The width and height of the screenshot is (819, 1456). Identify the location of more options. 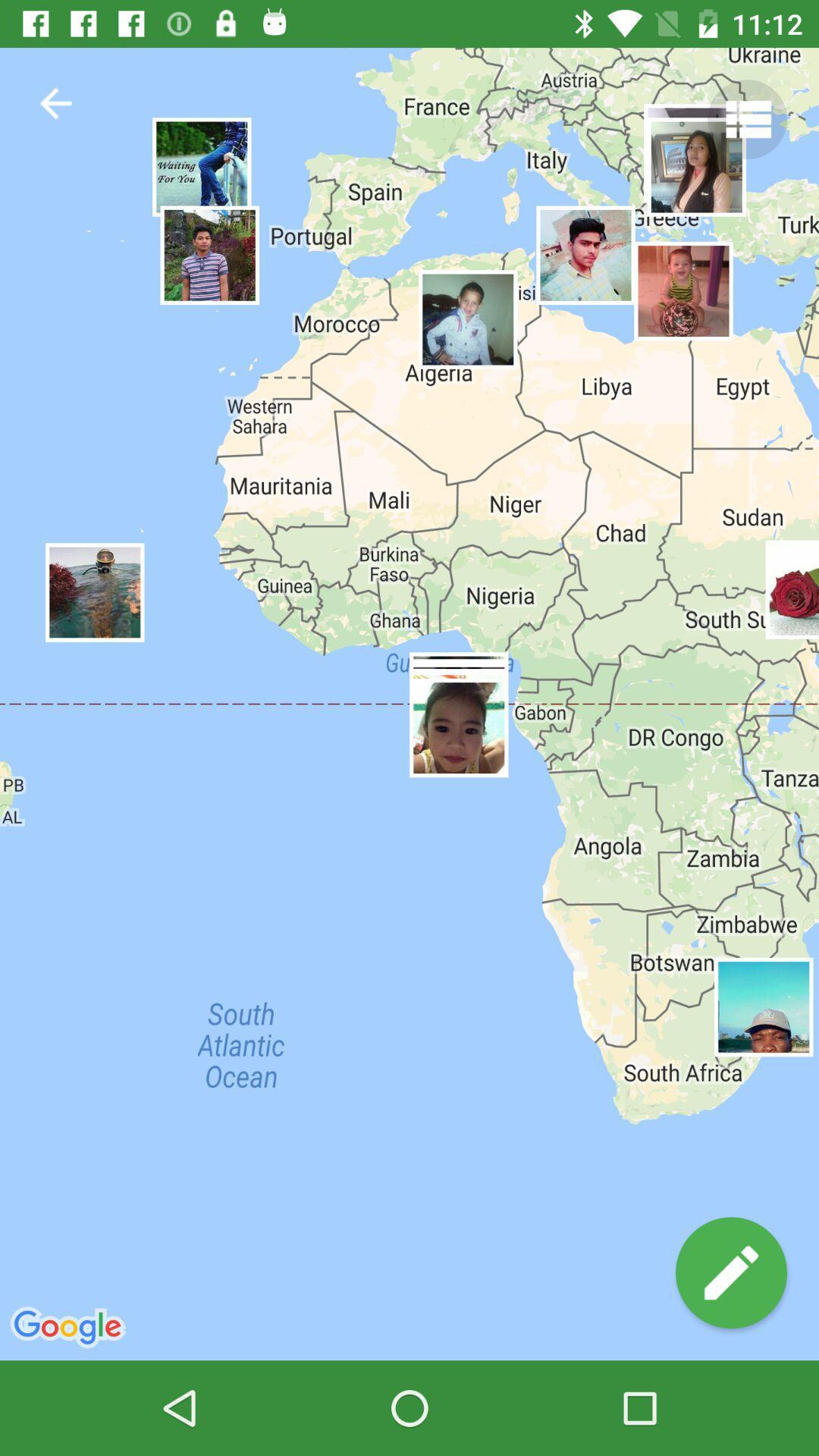
(746, 118).